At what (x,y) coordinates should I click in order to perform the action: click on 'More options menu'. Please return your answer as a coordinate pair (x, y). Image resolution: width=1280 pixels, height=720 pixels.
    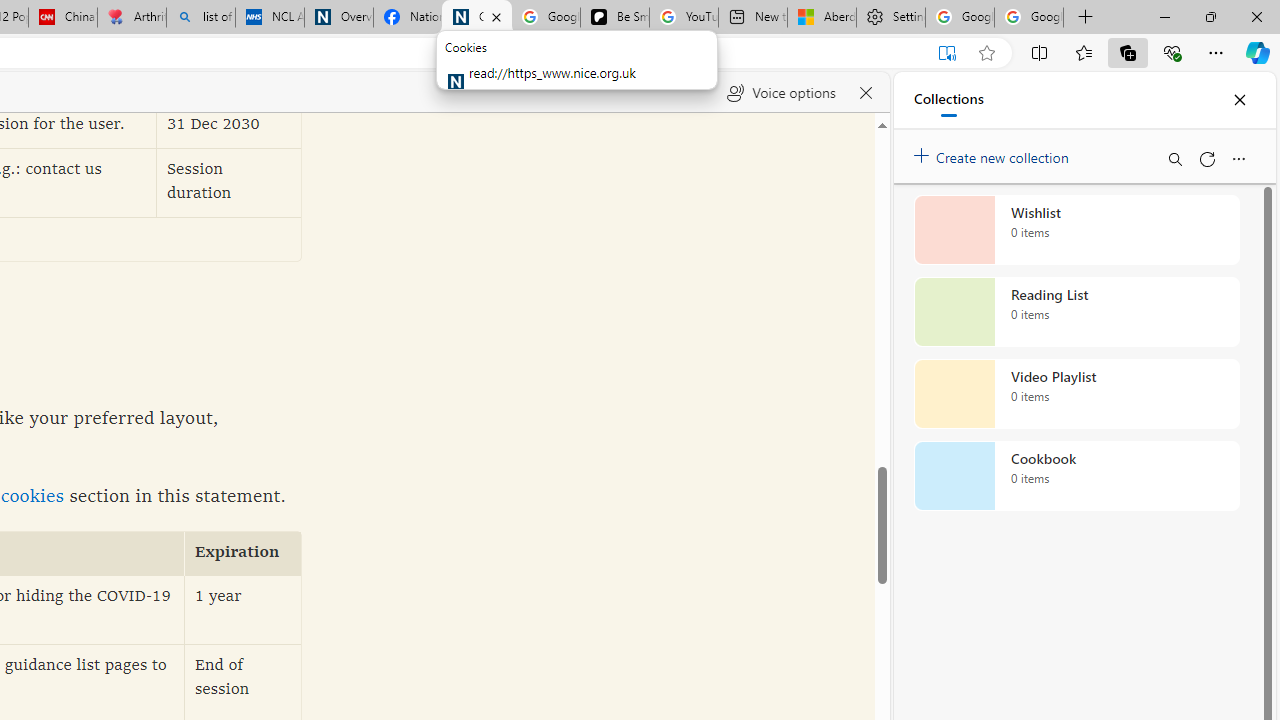
    Looking at the image, I should click on (1237, 158).